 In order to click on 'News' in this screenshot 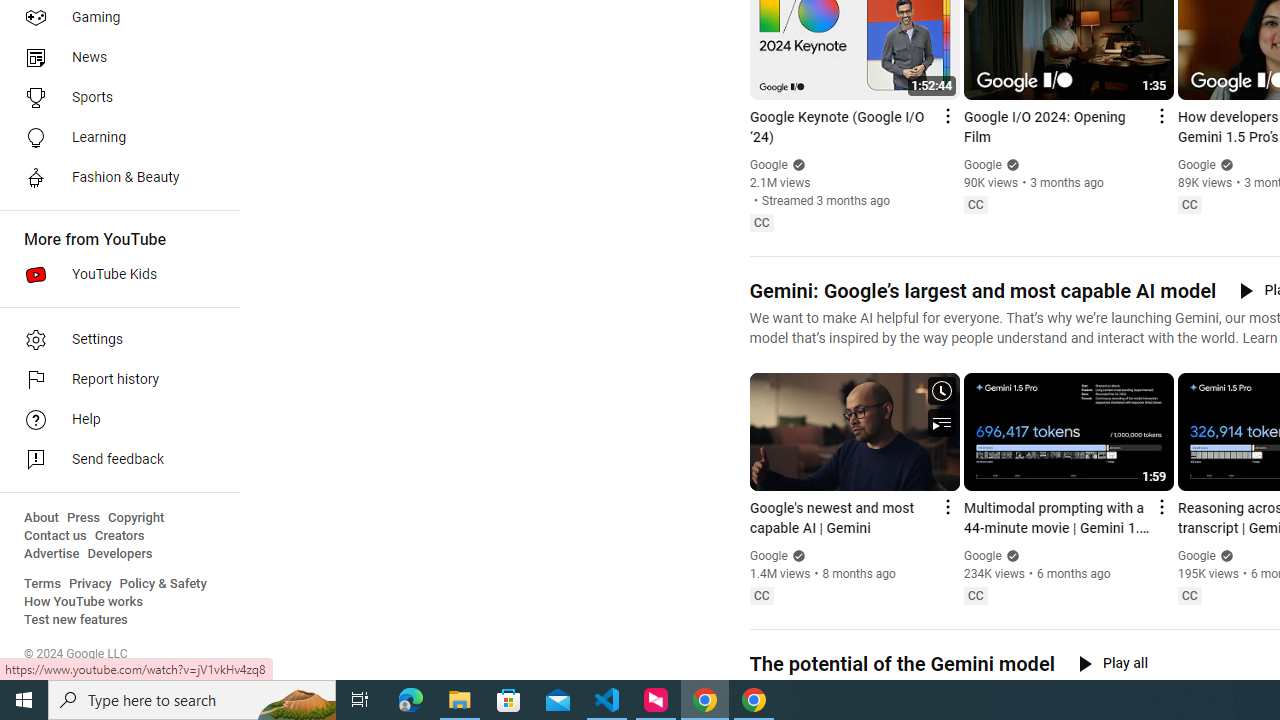, I will do `click(112, 56)`.